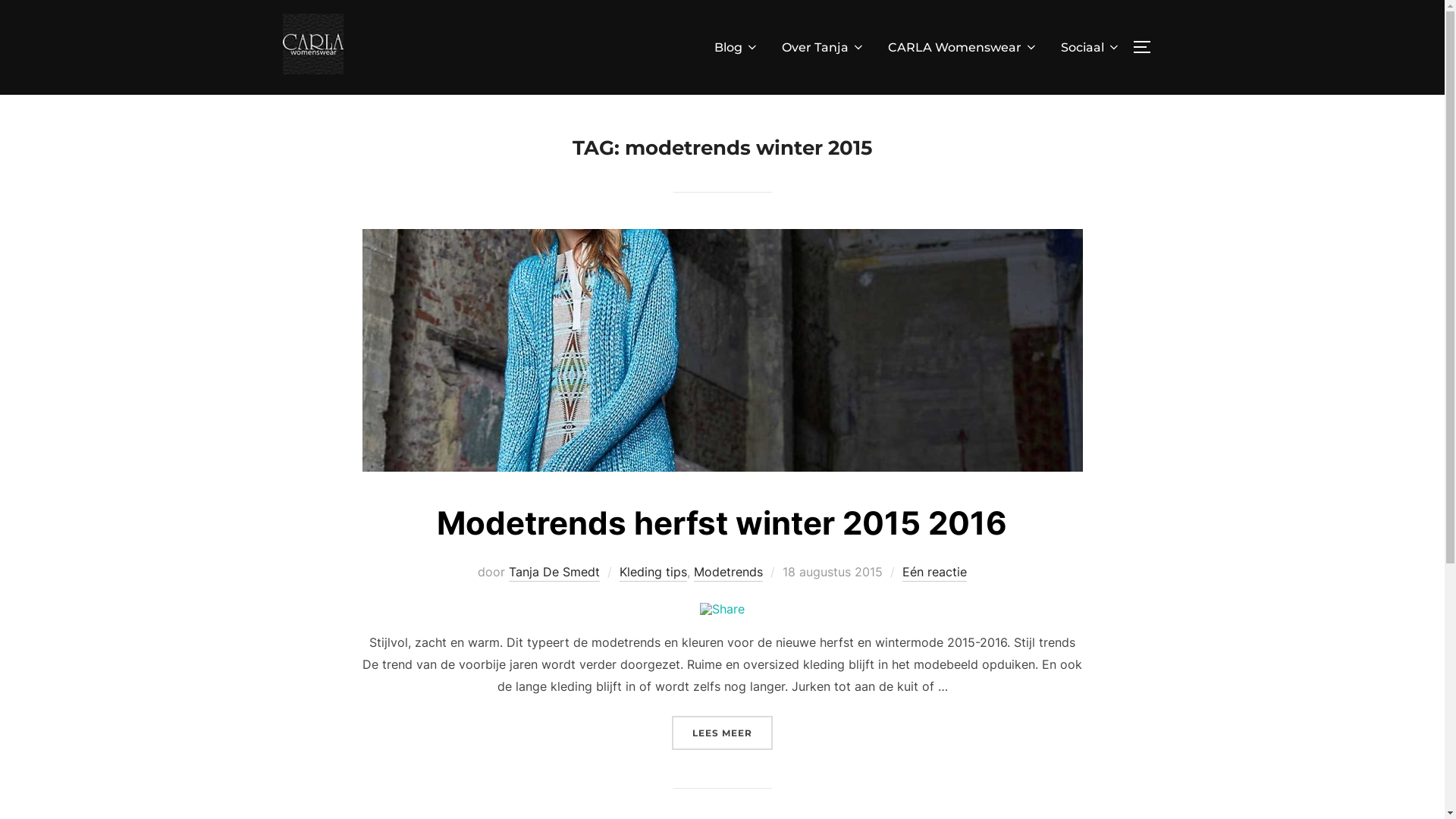 This screenshot has width=1456, height=819. I want to click on 'Tanja De Smedt', so click(553, 573).